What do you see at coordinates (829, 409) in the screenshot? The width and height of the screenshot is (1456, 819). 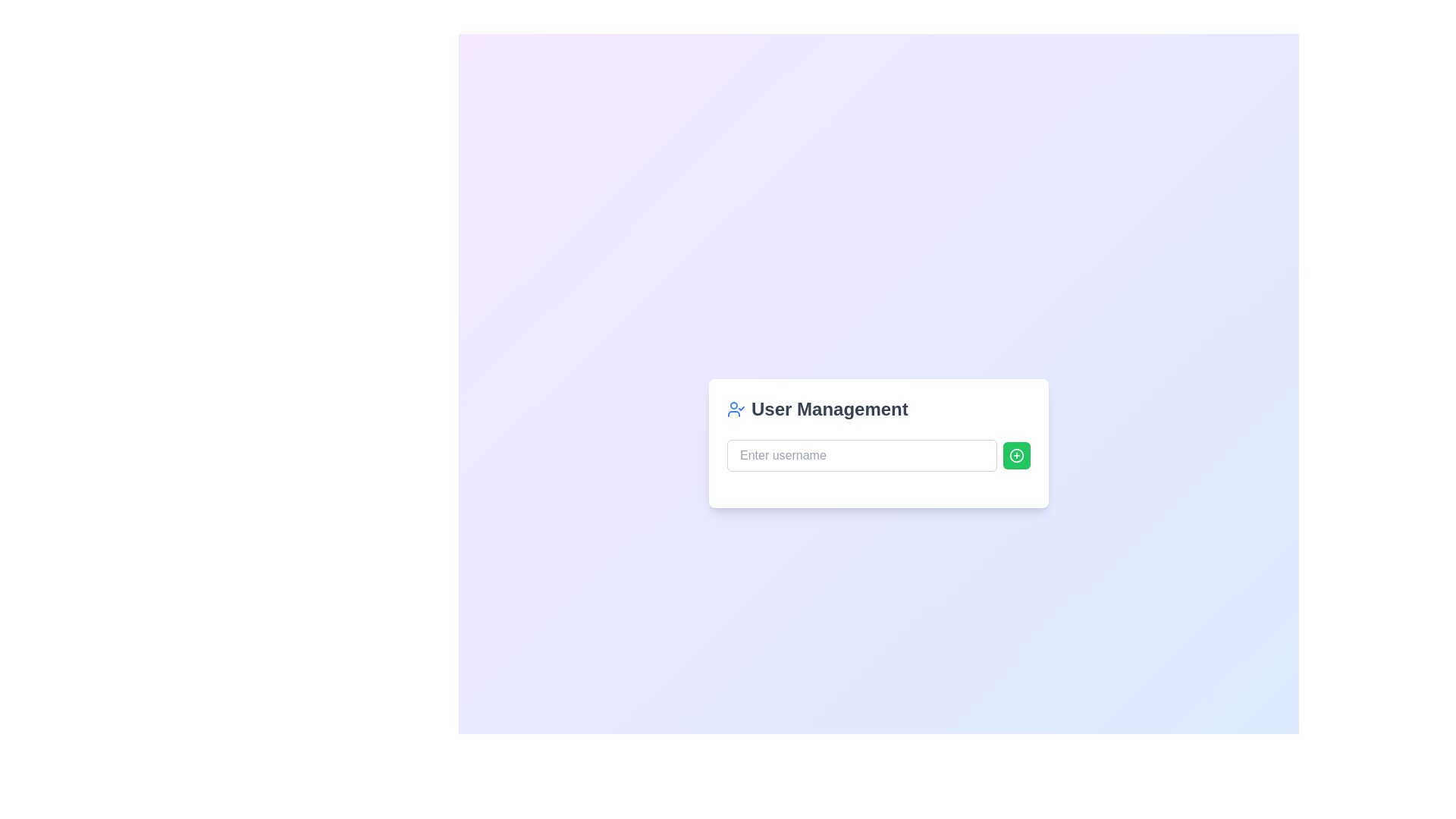 I see `the 'User Management' header text label located at the top of the interface's card-like section, to the right of the user icon` at bounding box center [829, 409].